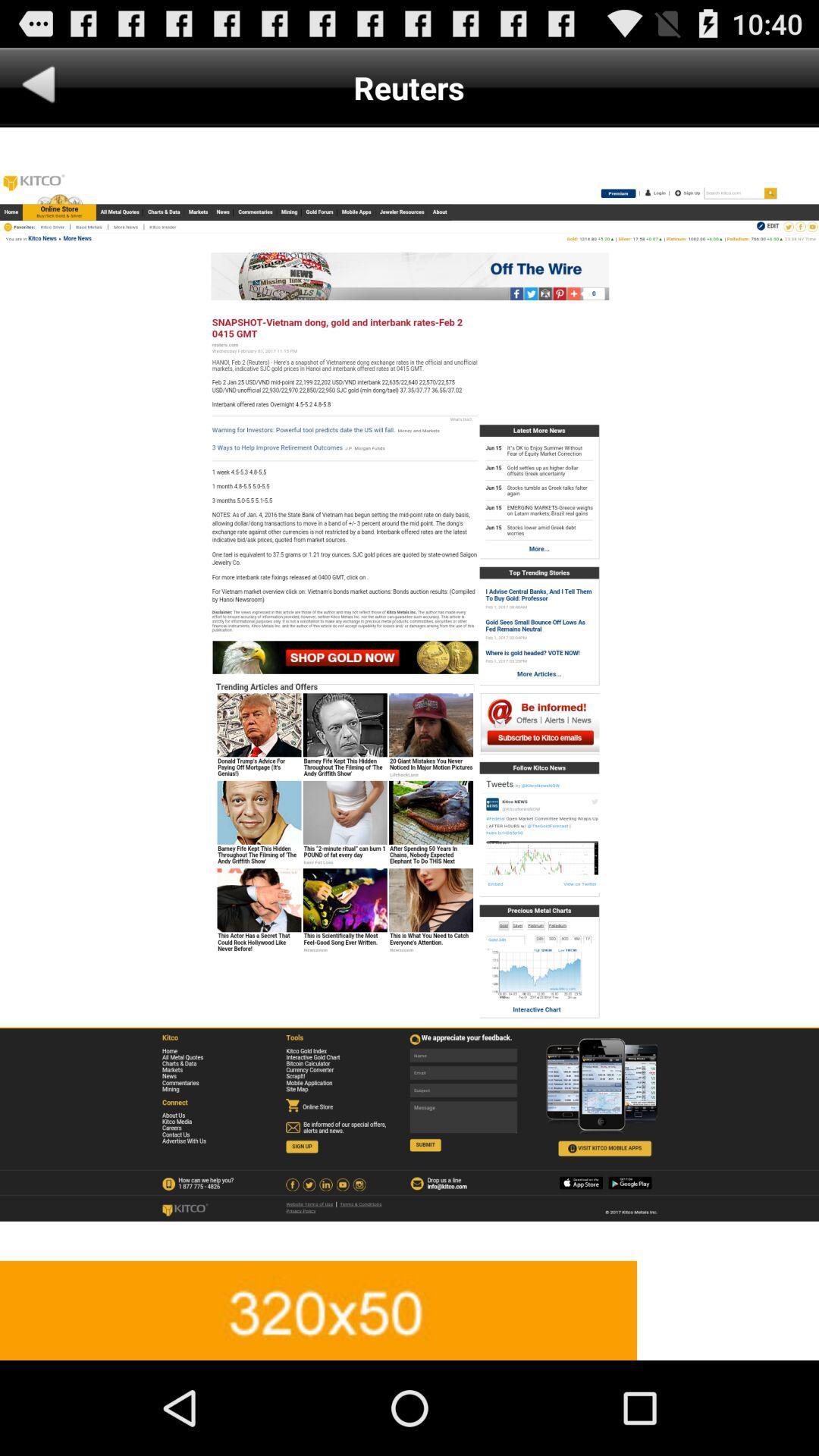 The height and width of the screenshot is (1456, 819). Describe the element at coordinates (38, 86) in the screenshot. I see `left` at that location.